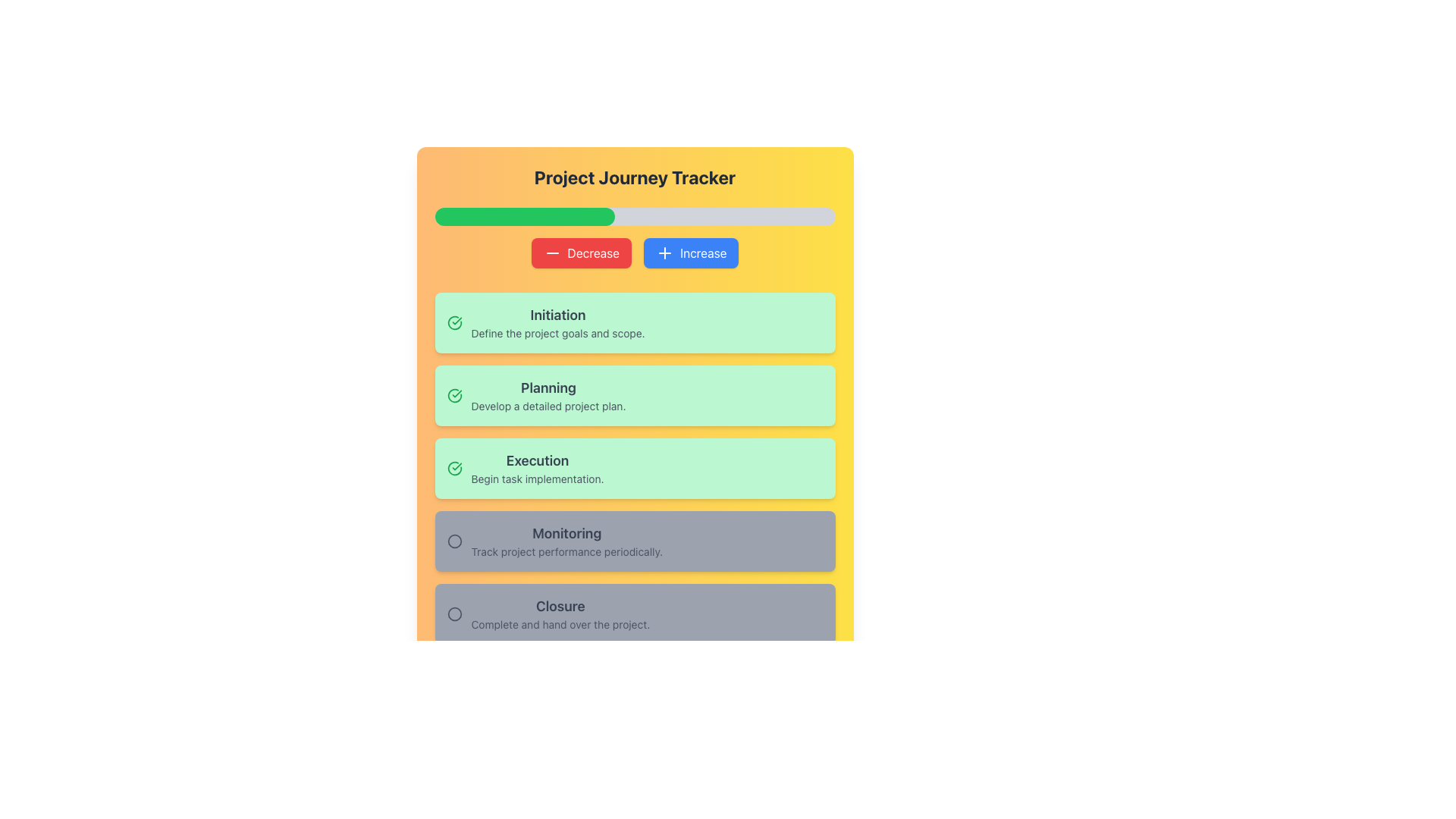  Describe the element at coordinates (453, 614) in the screenshot. I see `the Circular Status Indicator located in the 'Closure' section` at that location.